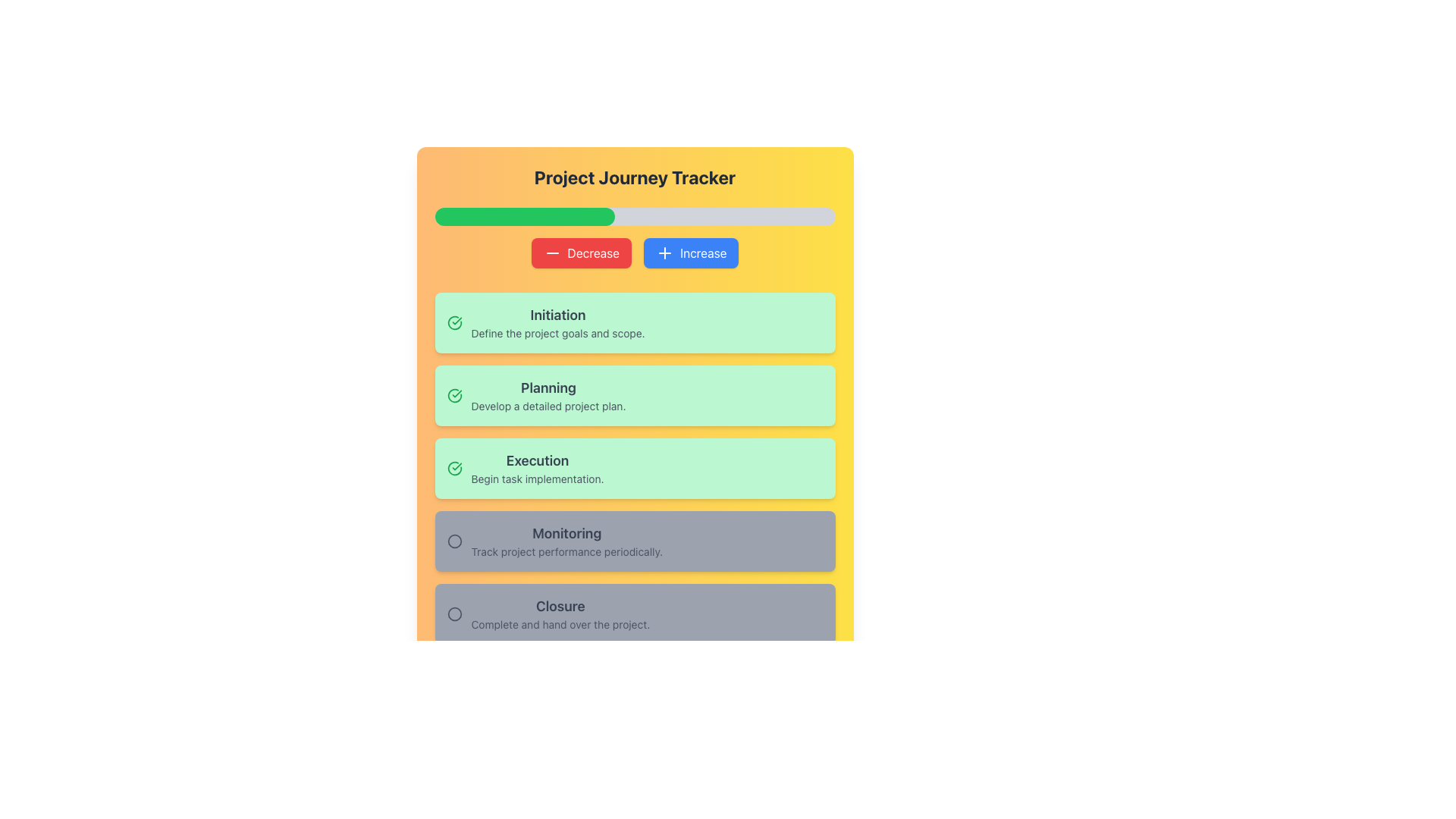  Describe the element at coordinates (453, 614) in the screenshot. I see `the Circular Status Indicator located in the 'Closure' section` at that location.